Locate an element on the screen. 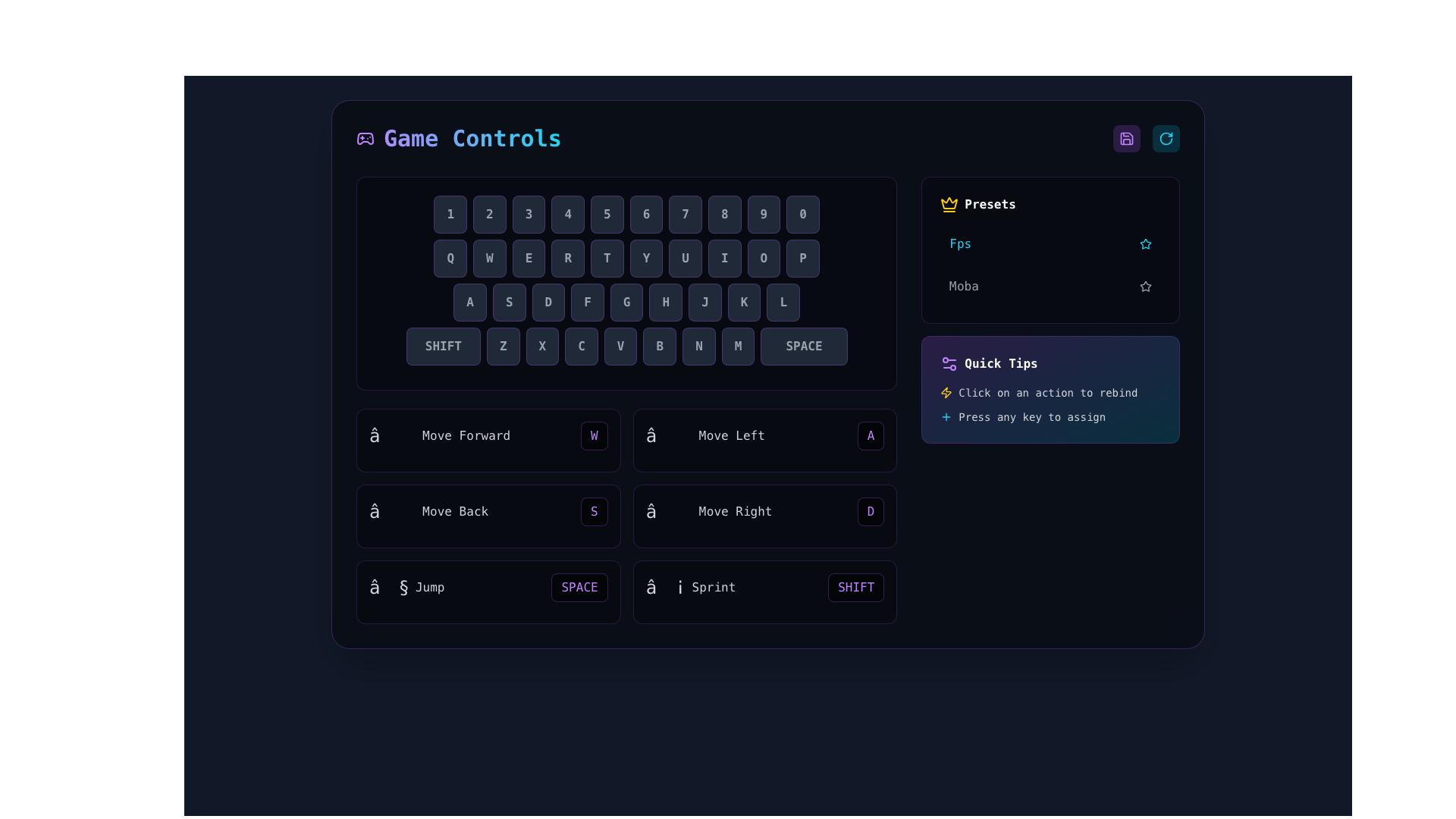  the 'fps' text label, which is styled in cyan and located under the 'Presets' title, positioned beside a star icon is located at coordinates (959, 243).